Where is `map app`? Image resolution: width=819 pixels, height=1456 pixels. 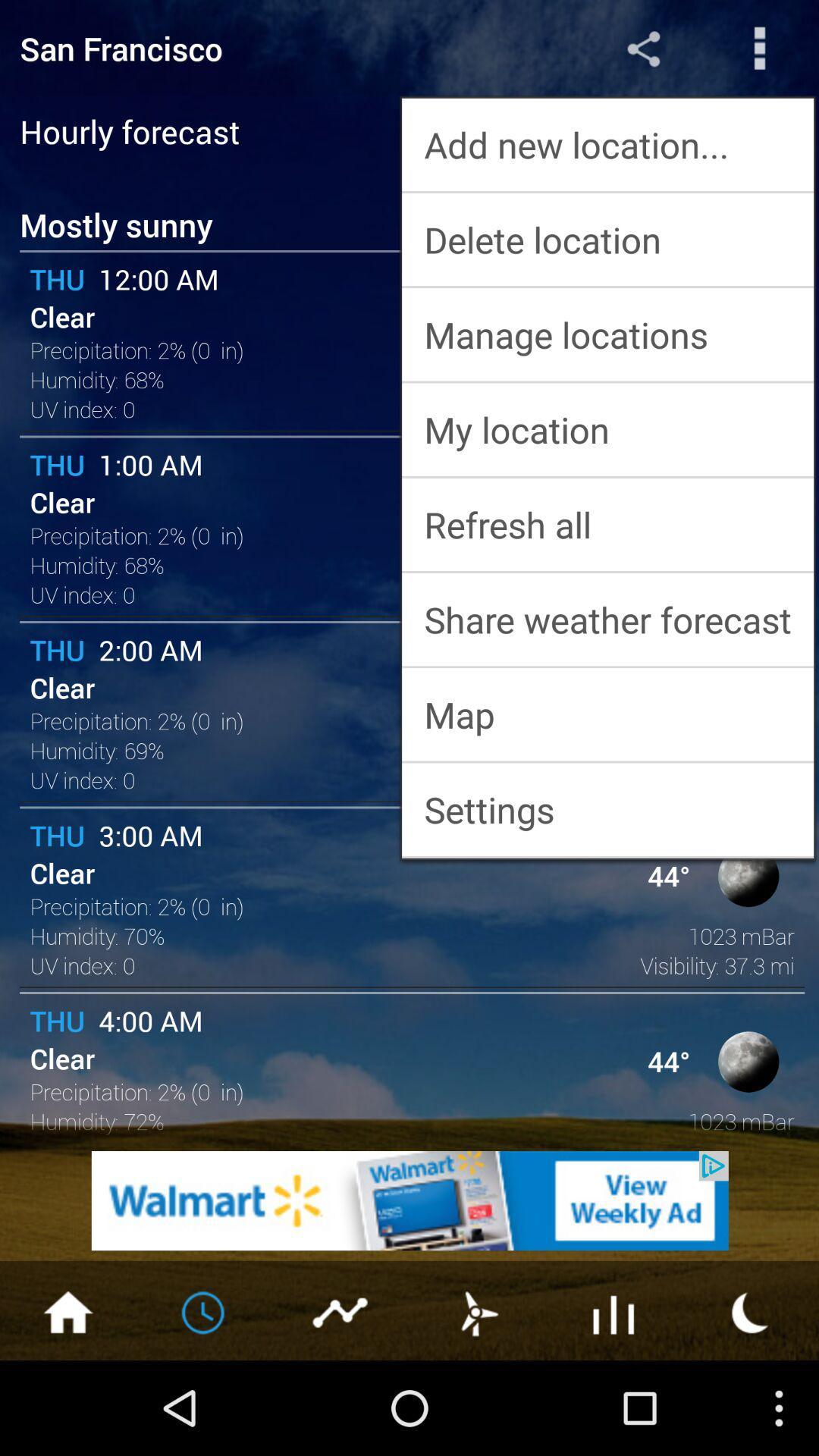
map app is located at coordinates (607, 714).